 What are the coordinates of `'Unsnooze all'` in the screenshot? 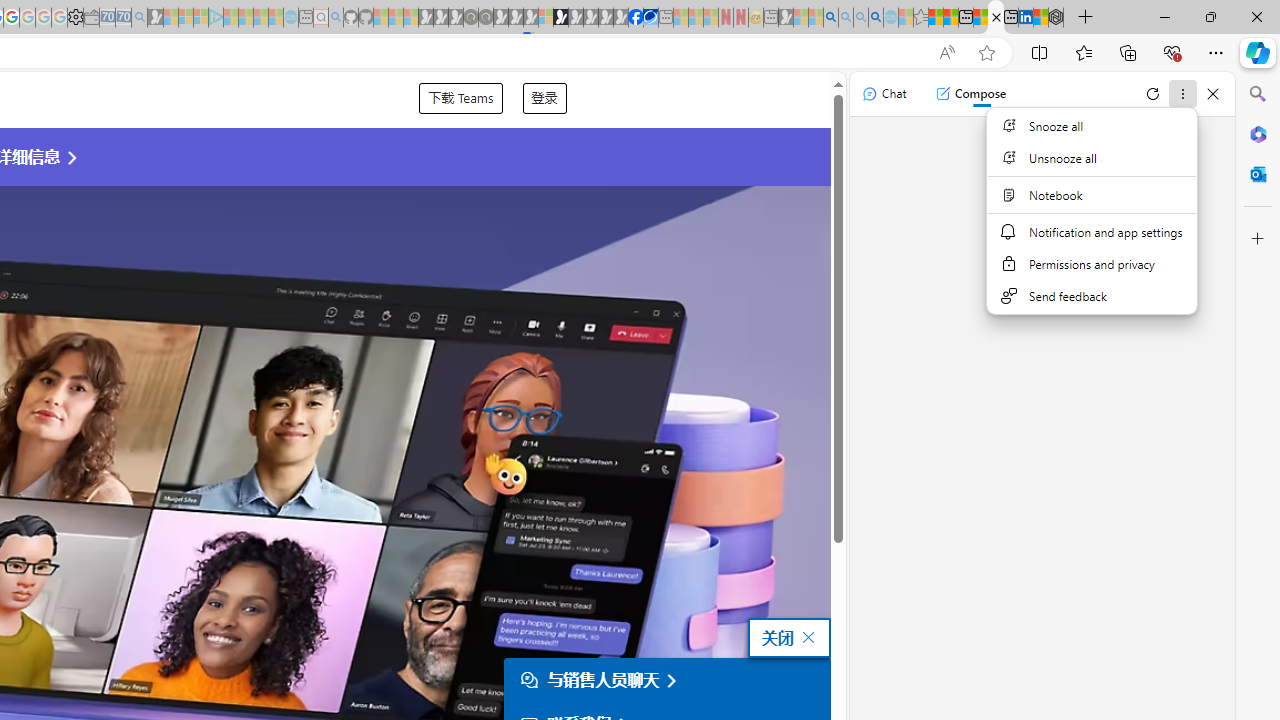 It's located at (1090, 157).